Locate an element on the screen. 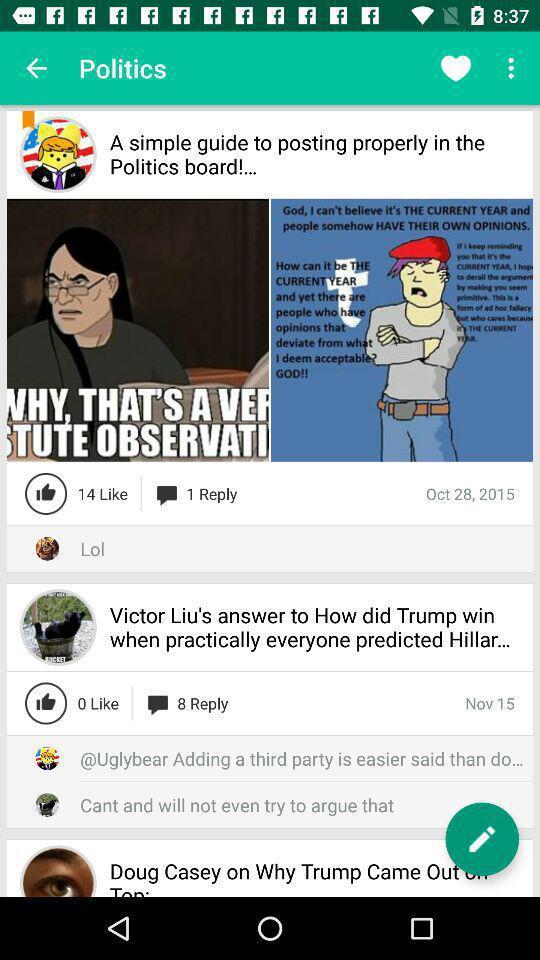 The height and width of the screenshot is (960, 540). like icon left to 14 like is located at coordinates (46, 493).